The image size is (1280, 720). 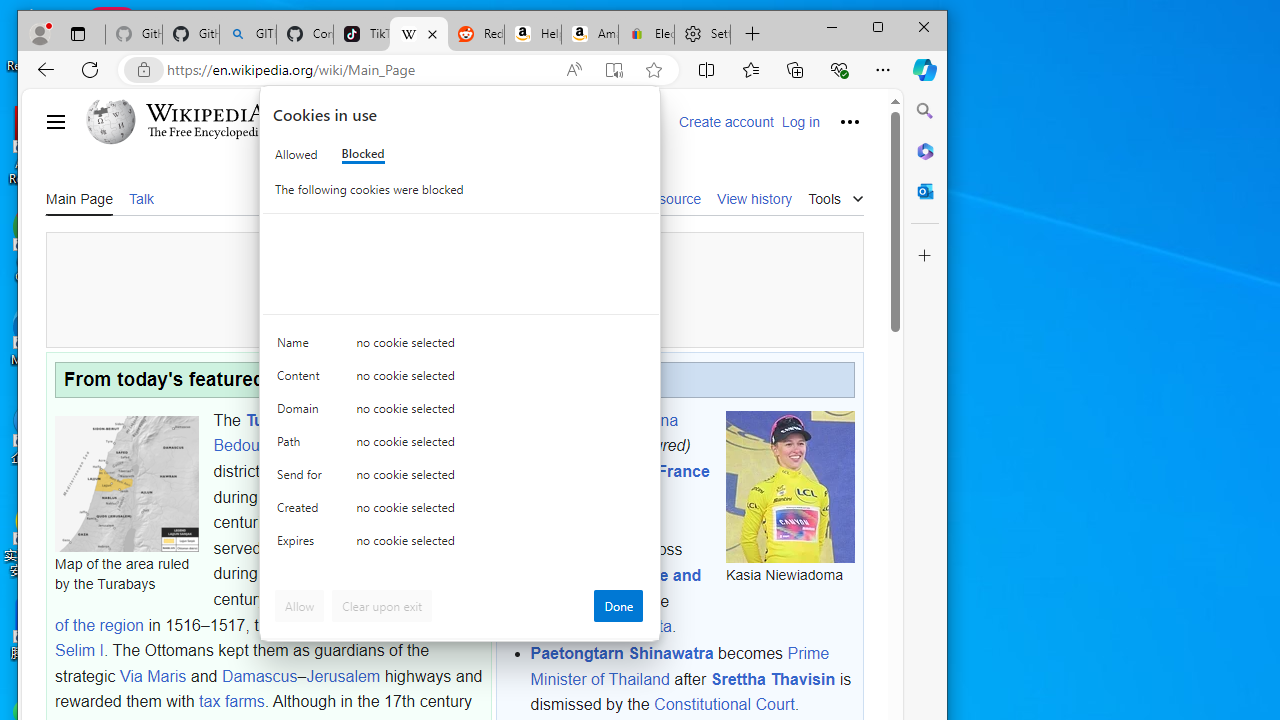 What do you see at coordinates (301, 545) in the screenshot?
I see `'Expires'` at bounding box center [301, 545].